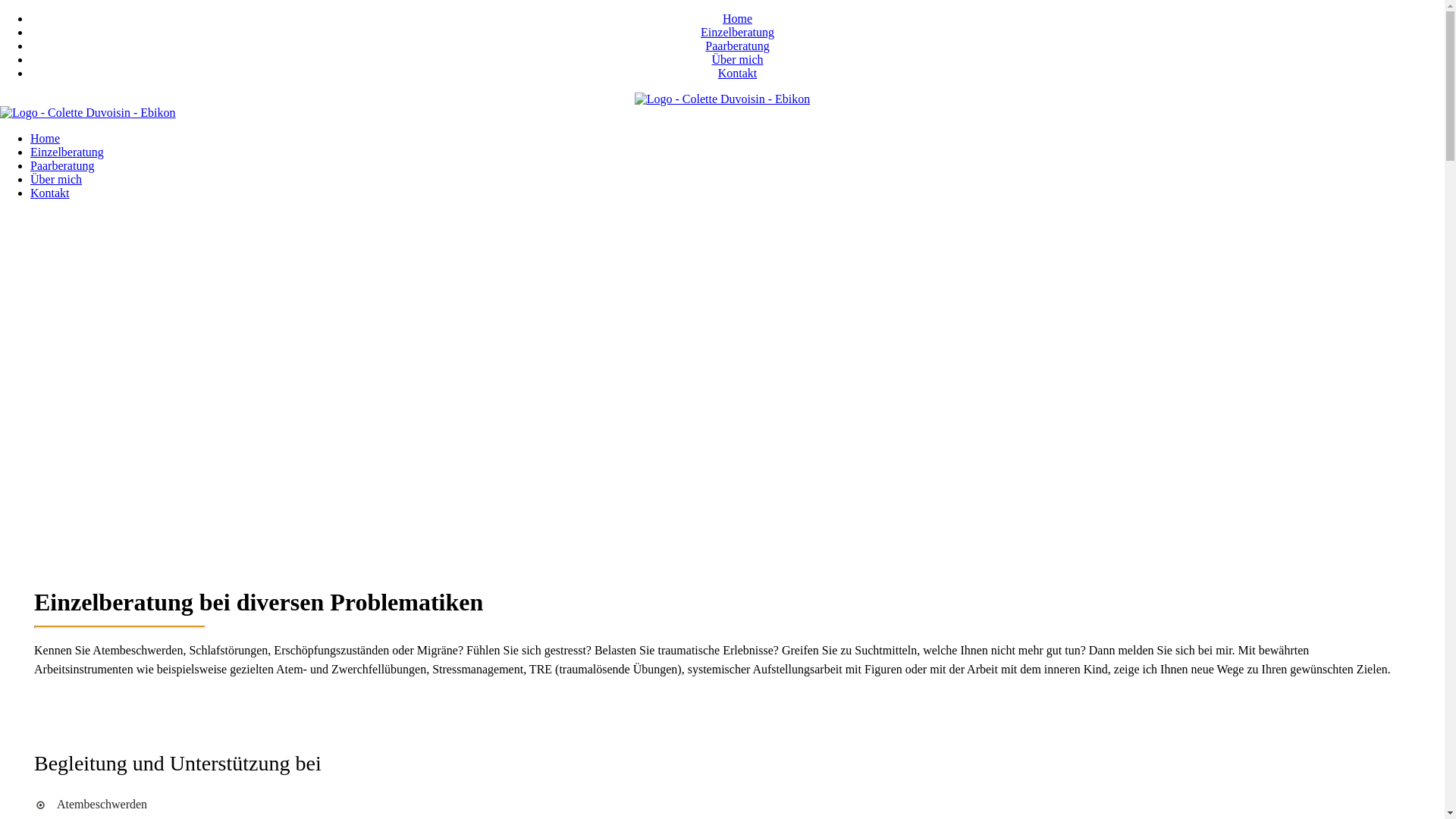  Describe the element at coordinates (45, 138) in the screenshot. I see `'Home'` at that location.